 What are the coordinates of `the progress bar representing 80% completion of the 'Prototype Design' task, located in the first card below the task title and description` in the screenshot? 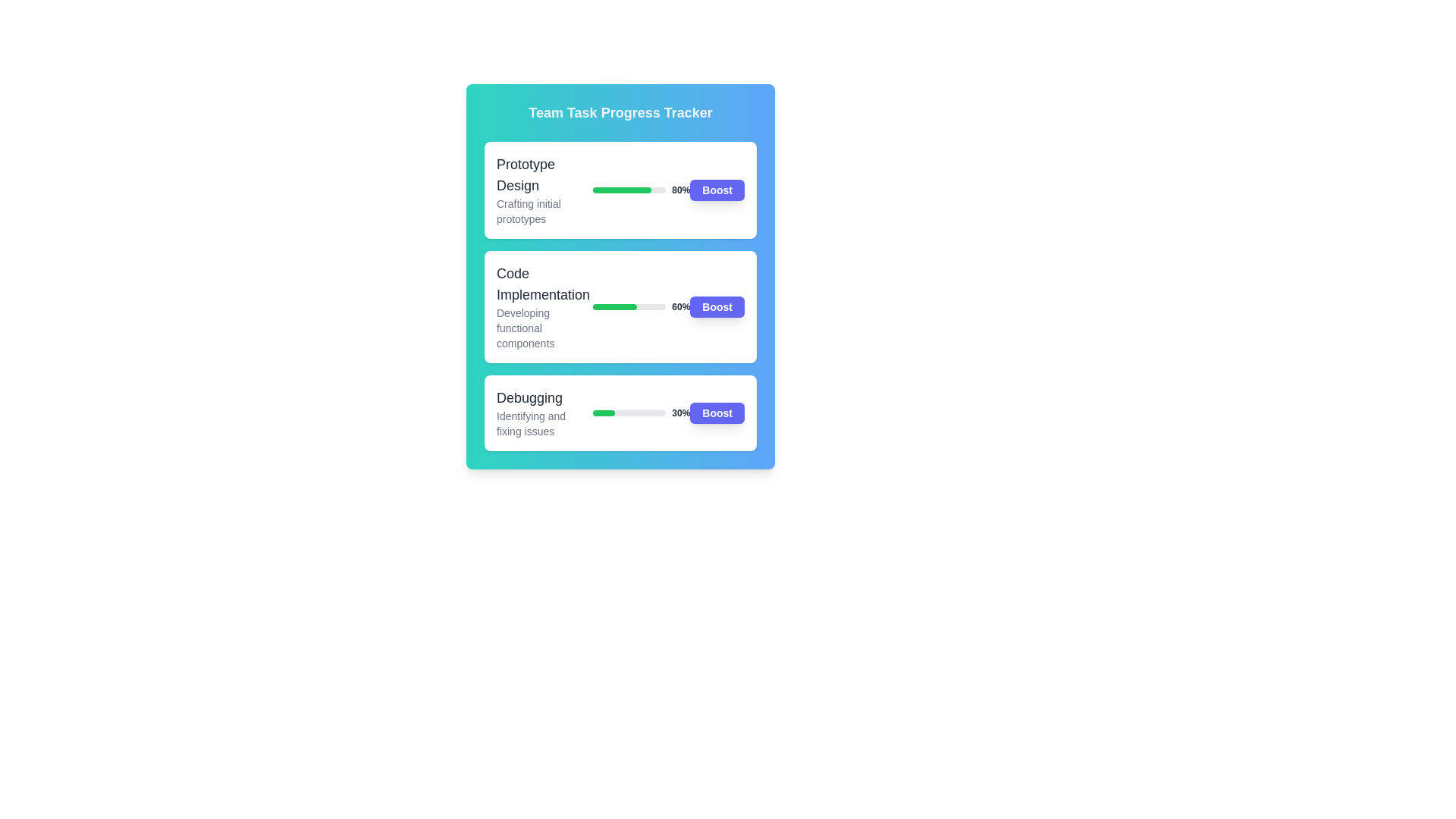 It's located at (629, 189).